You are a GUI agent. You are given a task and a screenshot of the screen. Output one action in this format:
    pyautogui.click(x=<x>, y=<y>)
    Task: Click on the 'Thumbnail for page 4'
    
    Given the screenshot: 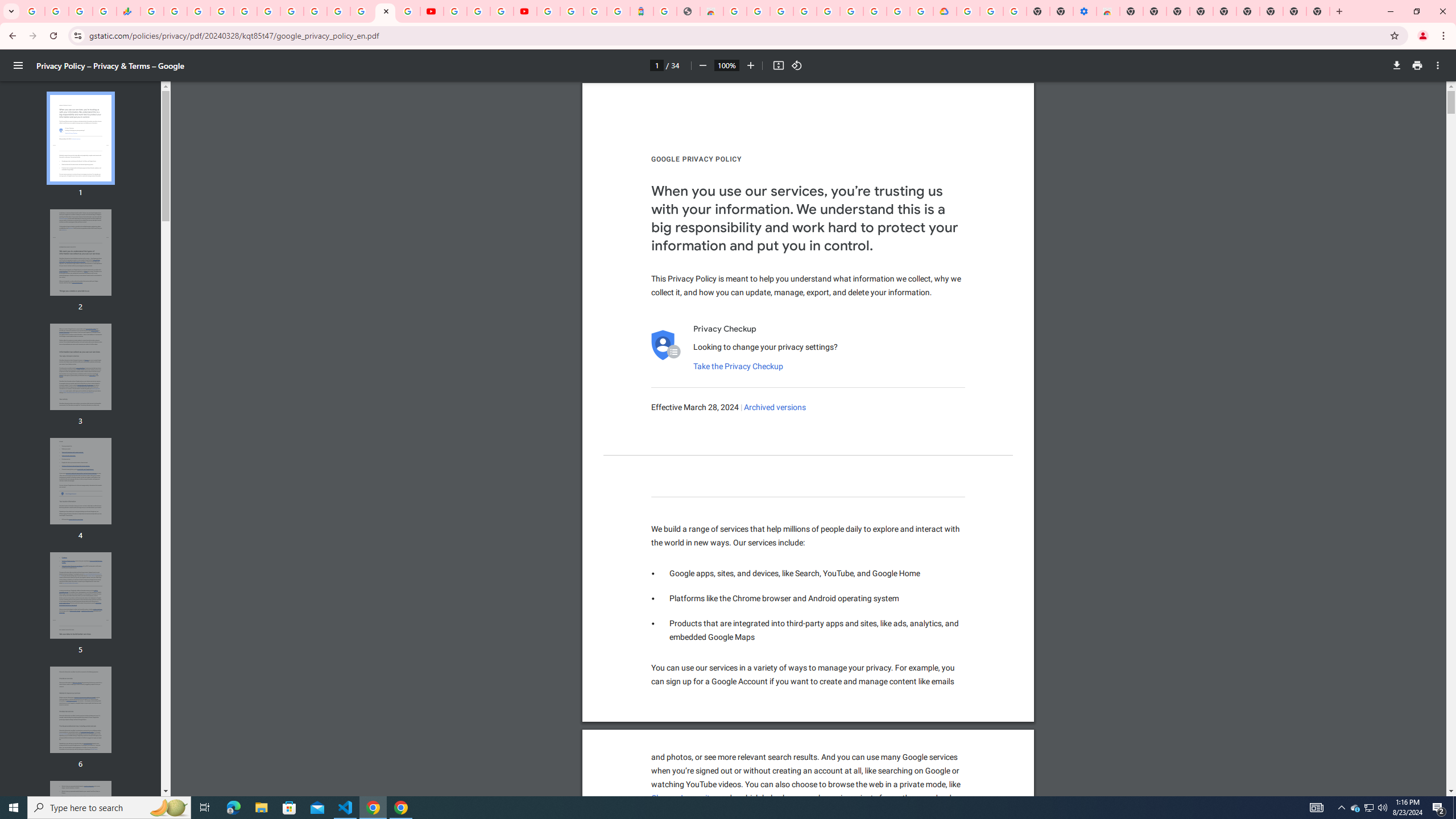 What is the action you would take?
    pyautogui.click(x=81, y=481)
    